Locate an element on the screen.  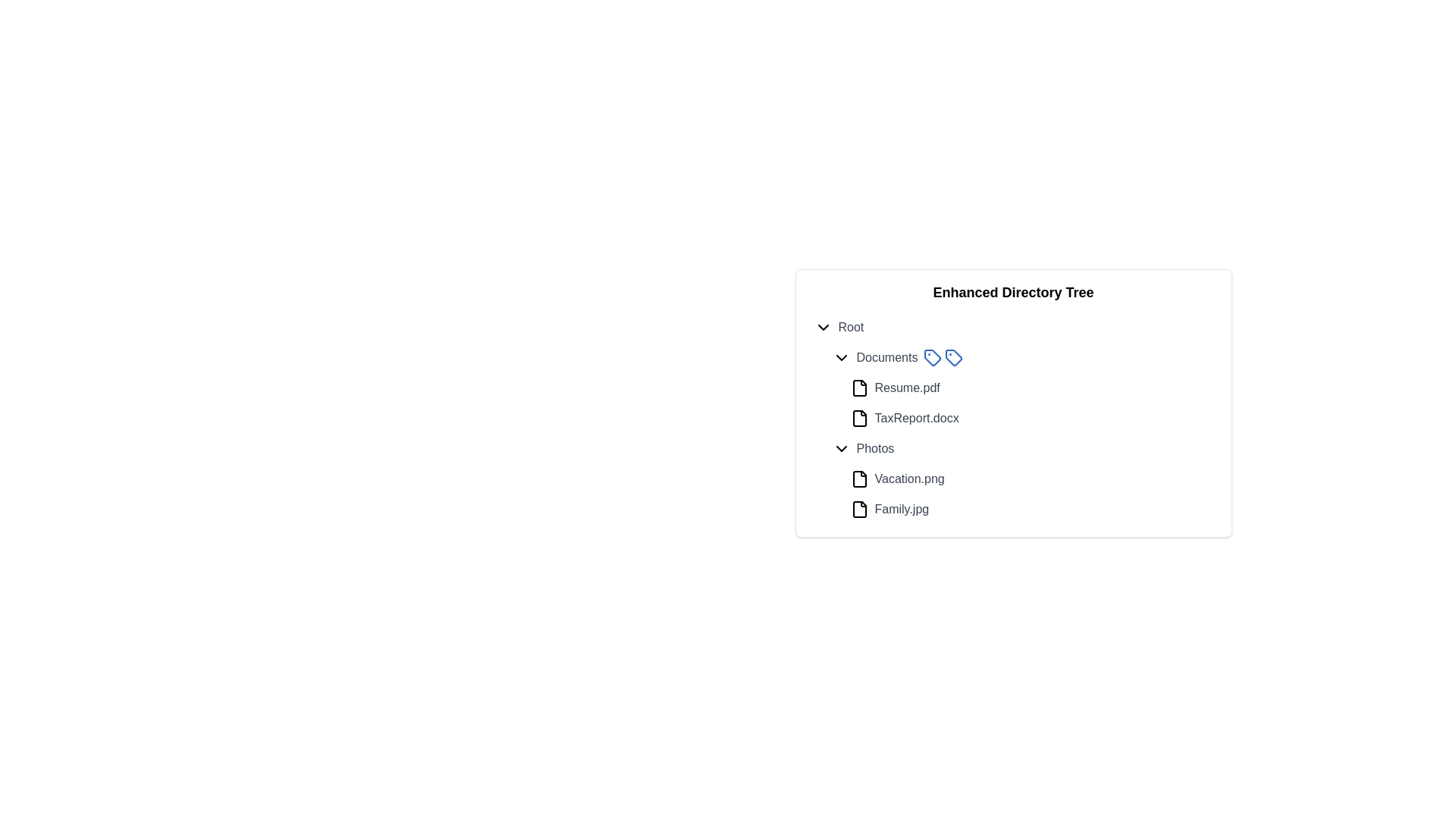
the file icon representing 'Vacation.png' in the 'Photos' folder section is located at coordinates (859, 479).